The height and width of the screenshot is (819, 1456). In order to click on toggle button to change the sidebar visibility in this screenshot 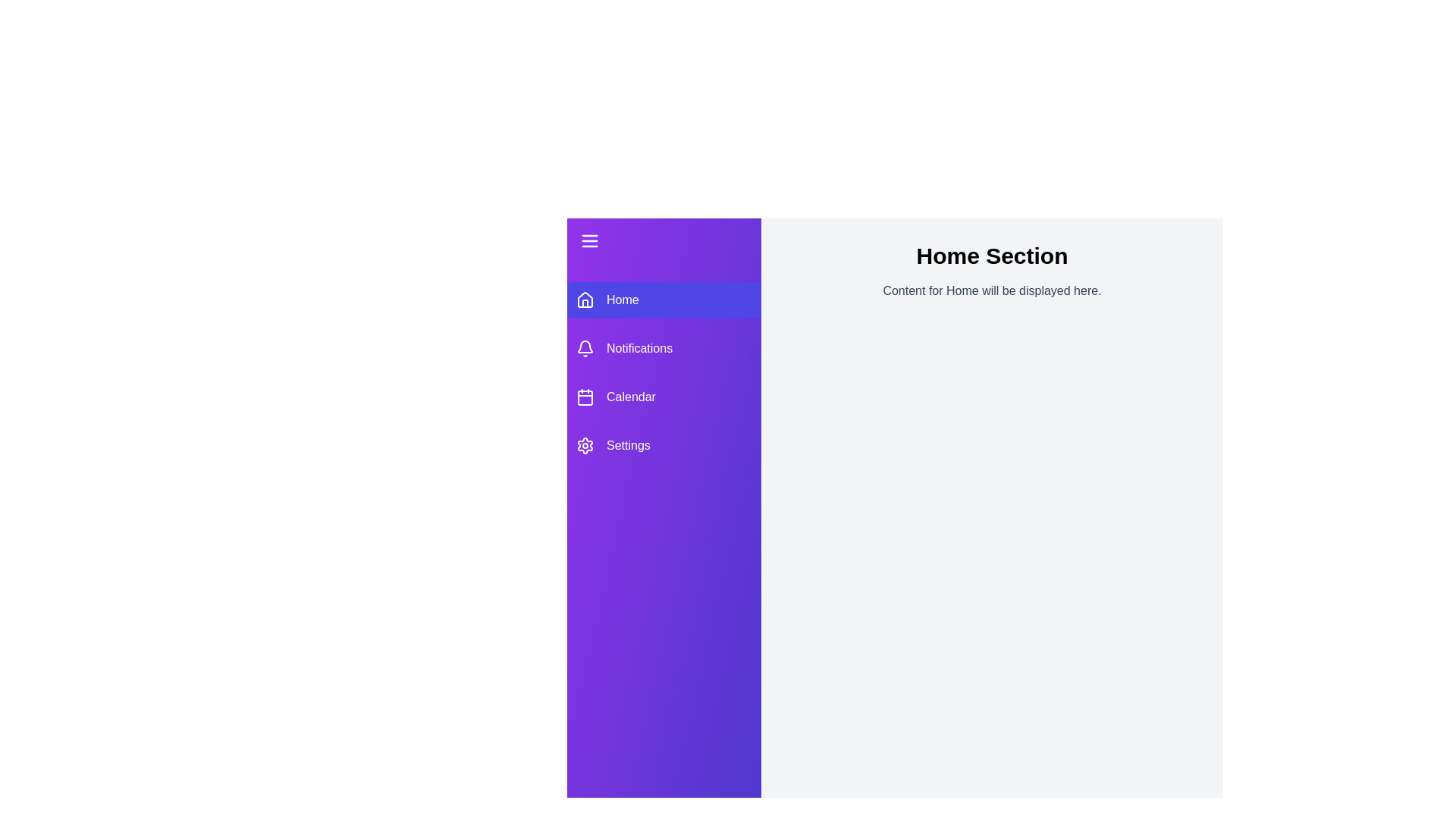, I will do `click(664, 240)`.